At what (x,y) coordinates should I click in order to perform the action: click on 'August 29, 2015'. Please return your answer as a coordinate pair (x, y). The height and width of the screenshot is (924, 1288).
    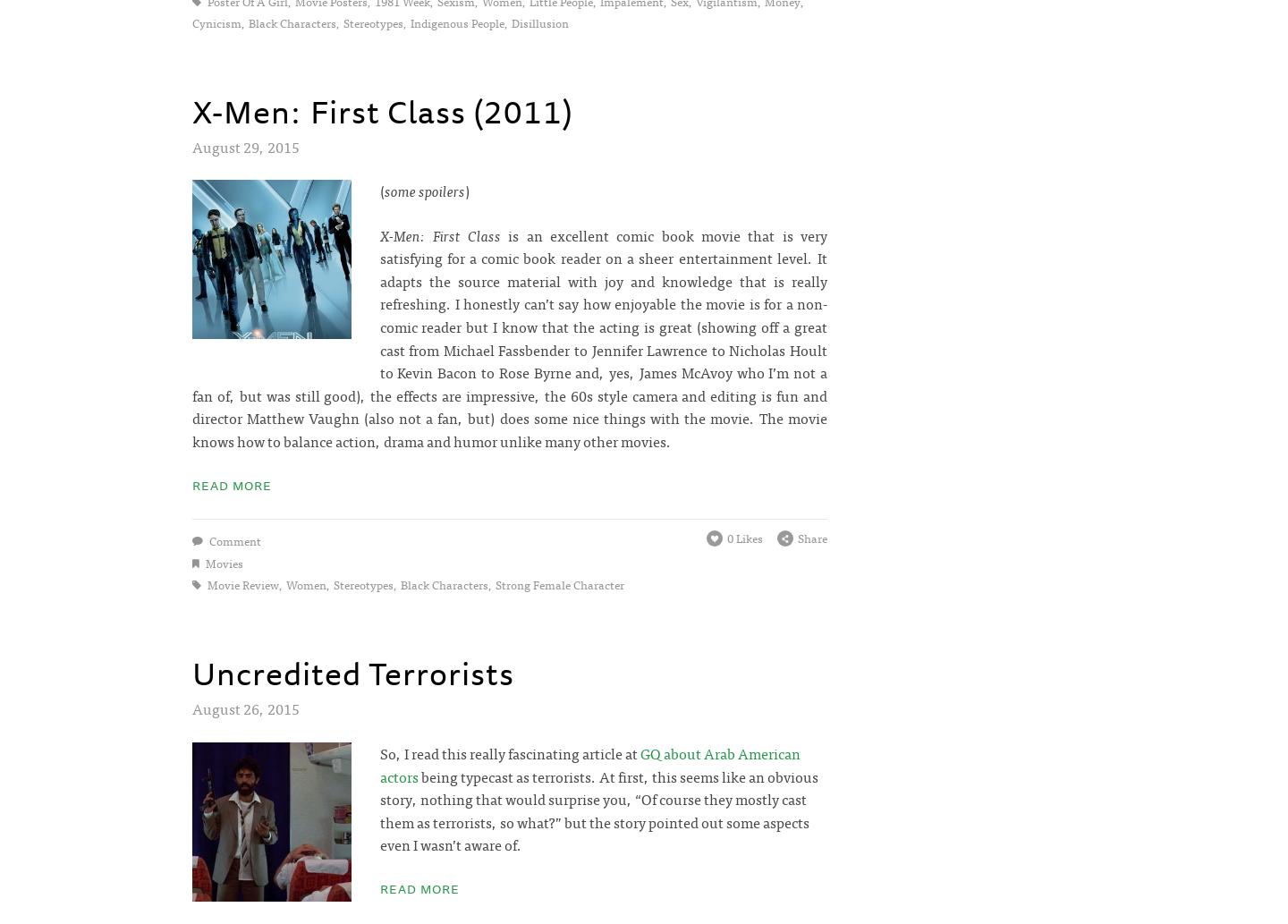
    Looking at the image, I should click on (245, 146).